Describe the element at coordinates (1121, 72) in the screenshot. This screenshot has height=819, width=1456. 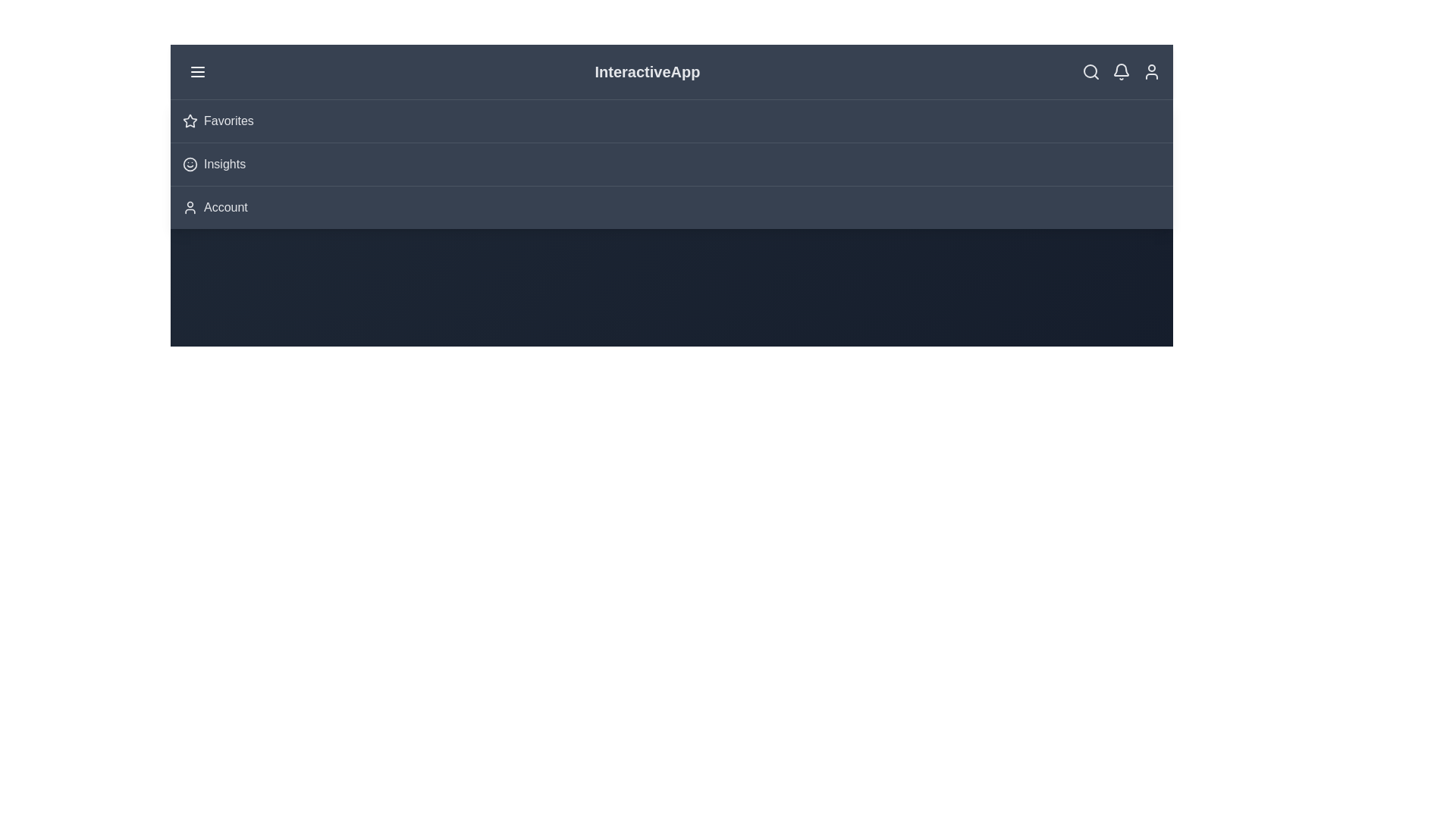
I see `the notification bell icon` at that location.